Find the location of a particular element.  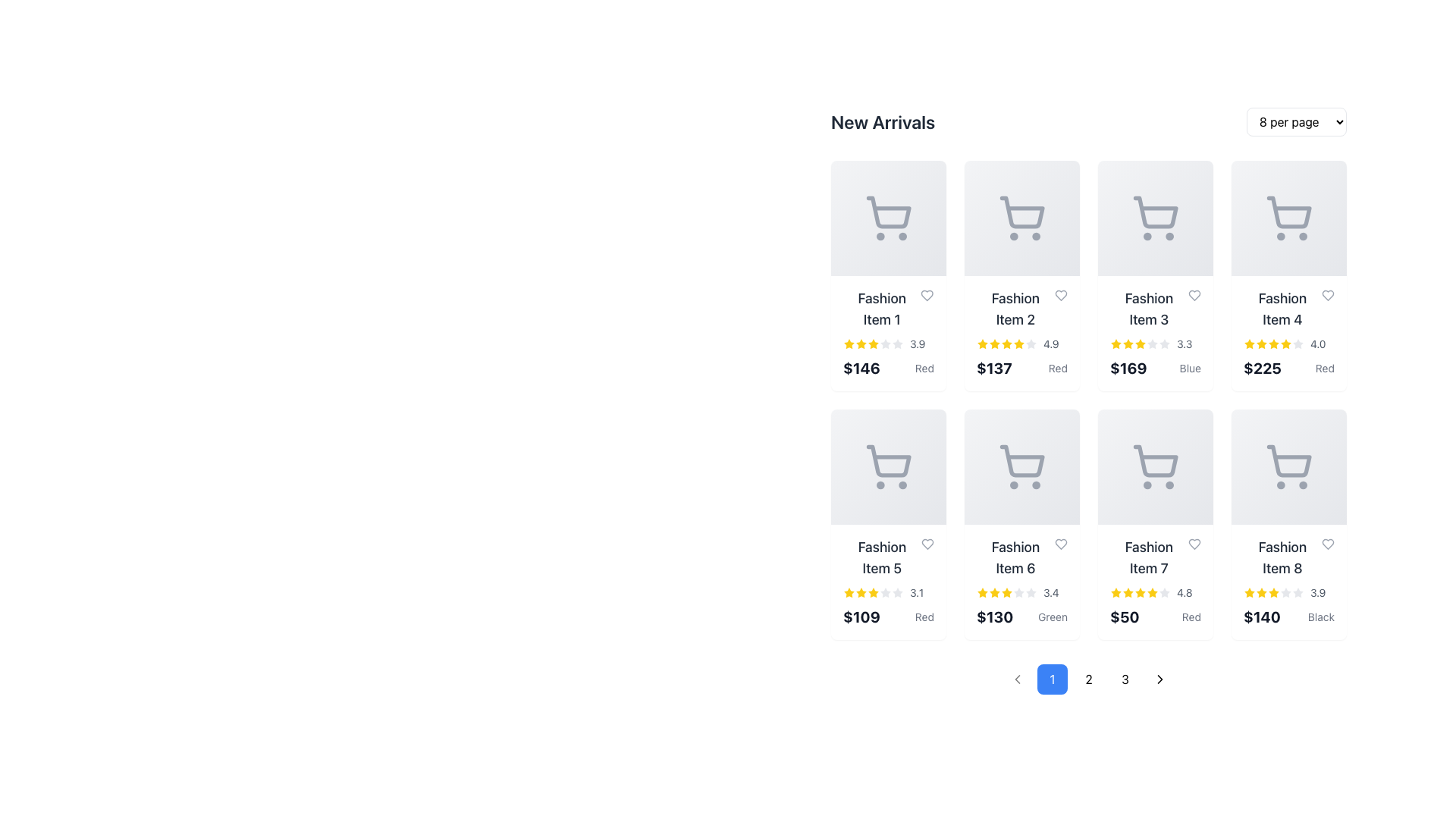

text content of the product title label located in the top-left corner of the grid layout under the 'New Arrivals' heading is located at coordinates (888, 309).